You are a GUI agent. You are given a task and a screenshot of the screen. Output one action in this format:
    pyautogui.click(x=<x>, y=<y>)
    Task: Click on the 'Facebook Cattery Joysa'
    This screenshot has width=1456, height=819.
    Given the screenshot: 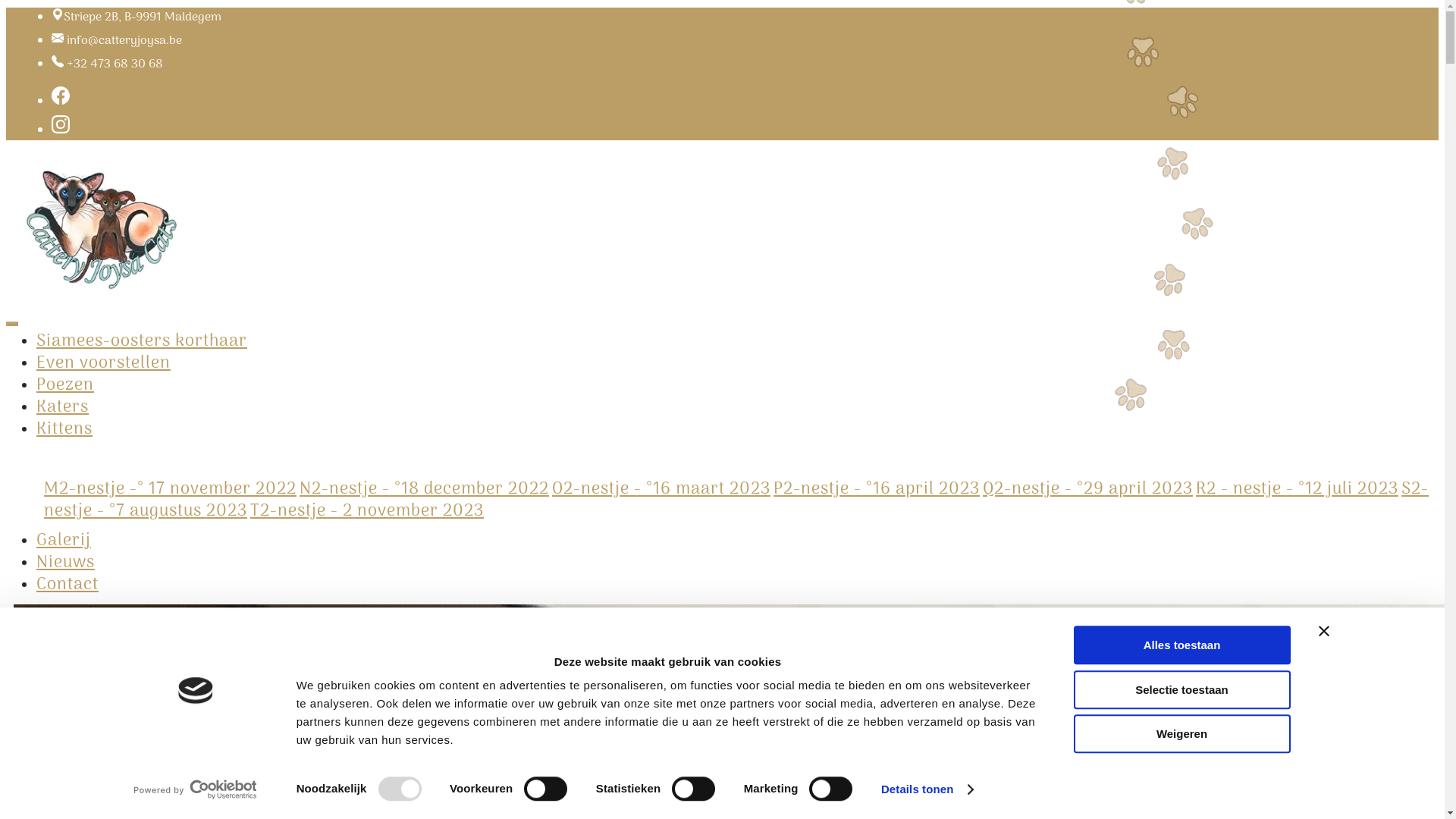 What is the action you would take?
    pyautogui.click(x=61, y=102)
    